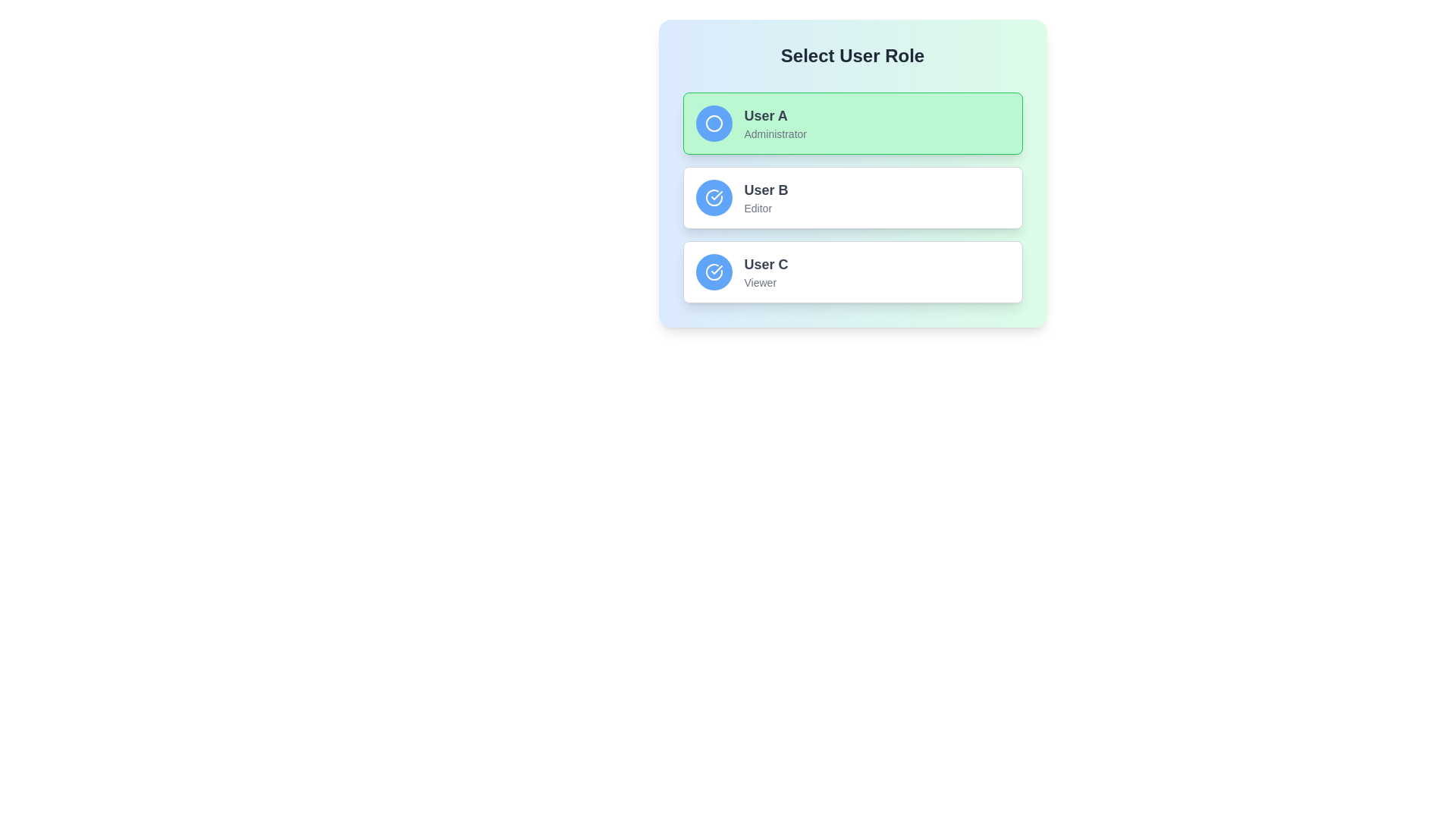 This screenshot has width=1456, height=819. Describe the element at coordinates (852, 55) in the screenshot. I see `the bold, centered title 'Select User Role' displayed in a large font on a light-colored gradient background` at that location.